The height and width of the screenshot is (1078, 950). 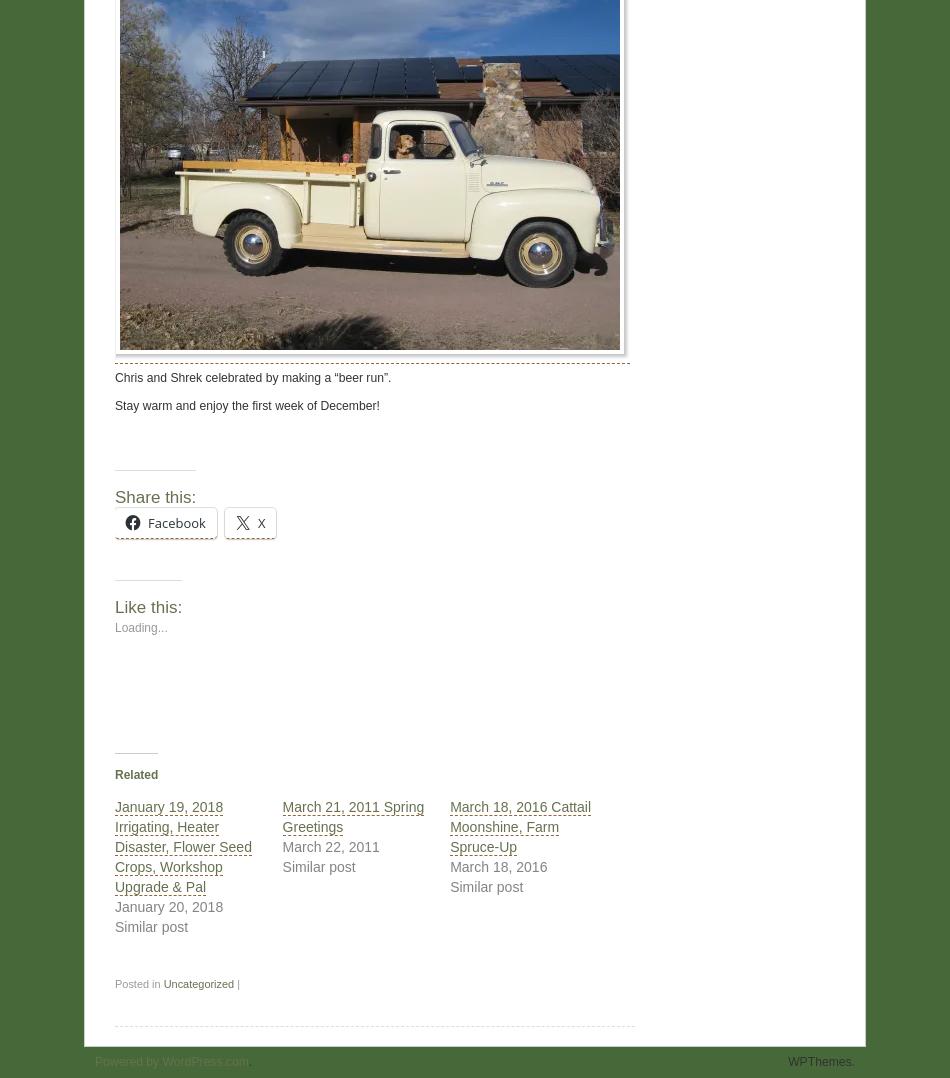 I want to click on '|', so click(x=233, y=983).